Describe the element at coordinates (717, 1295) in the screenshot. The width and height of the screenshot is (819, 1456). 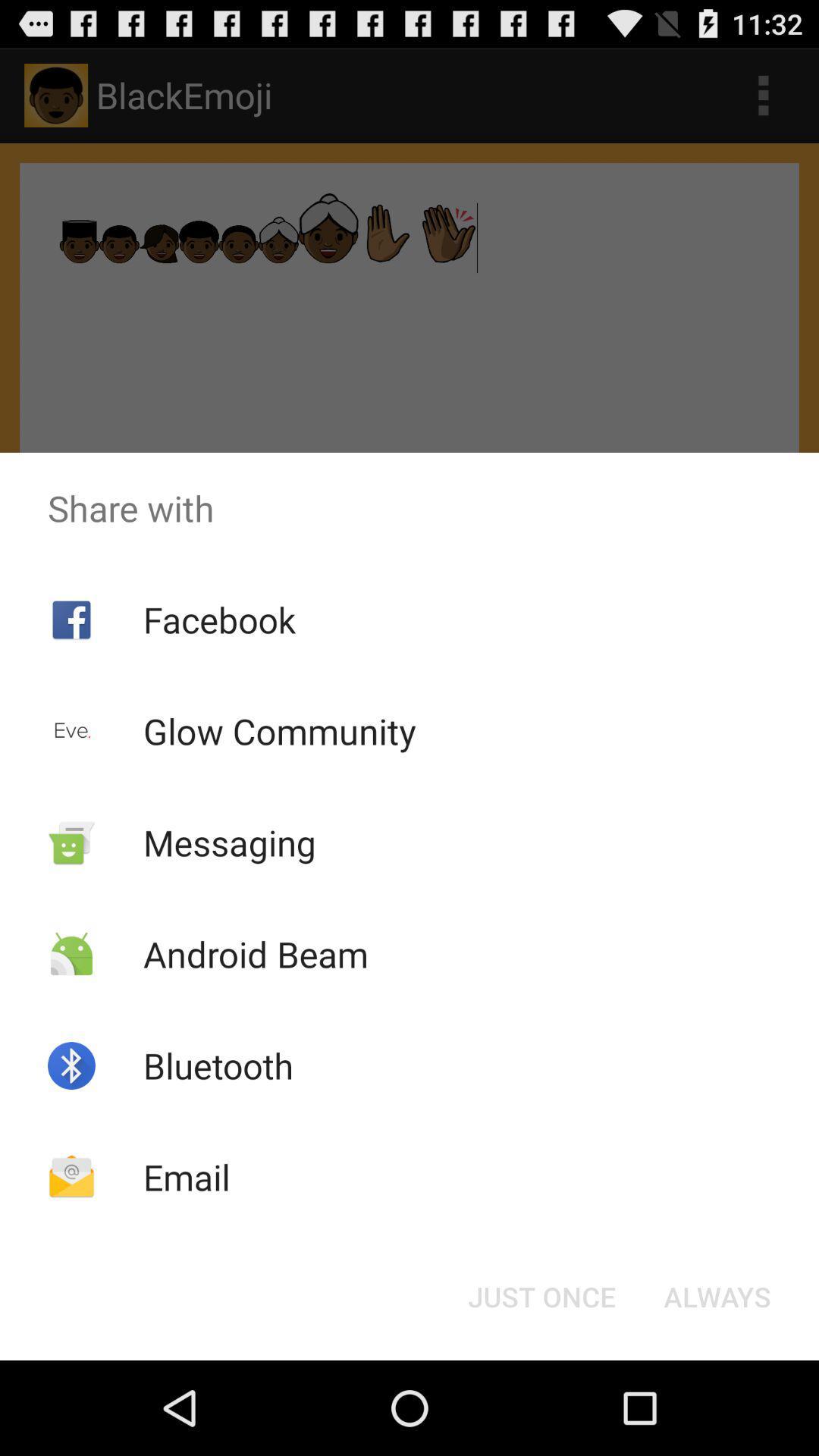
I see `always at the bottom right corner` at that location.